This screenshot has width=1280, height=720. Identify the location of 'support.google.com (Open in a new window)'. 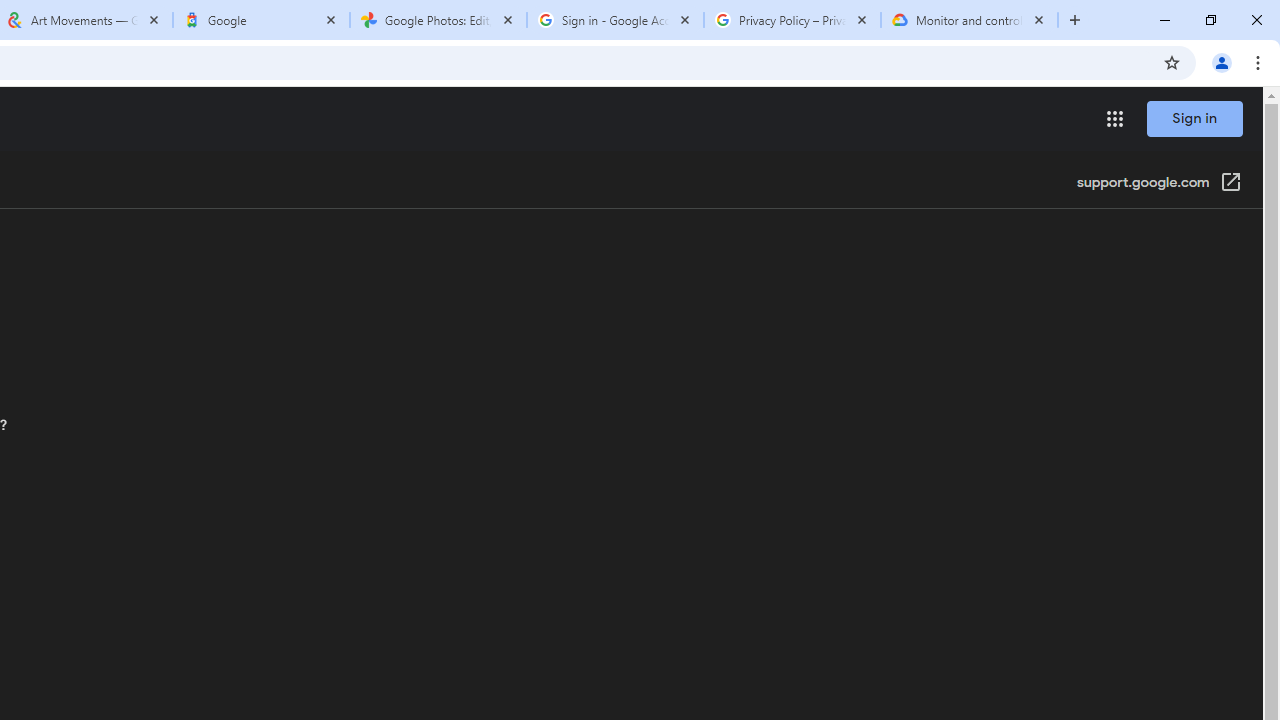
(1159, 183).